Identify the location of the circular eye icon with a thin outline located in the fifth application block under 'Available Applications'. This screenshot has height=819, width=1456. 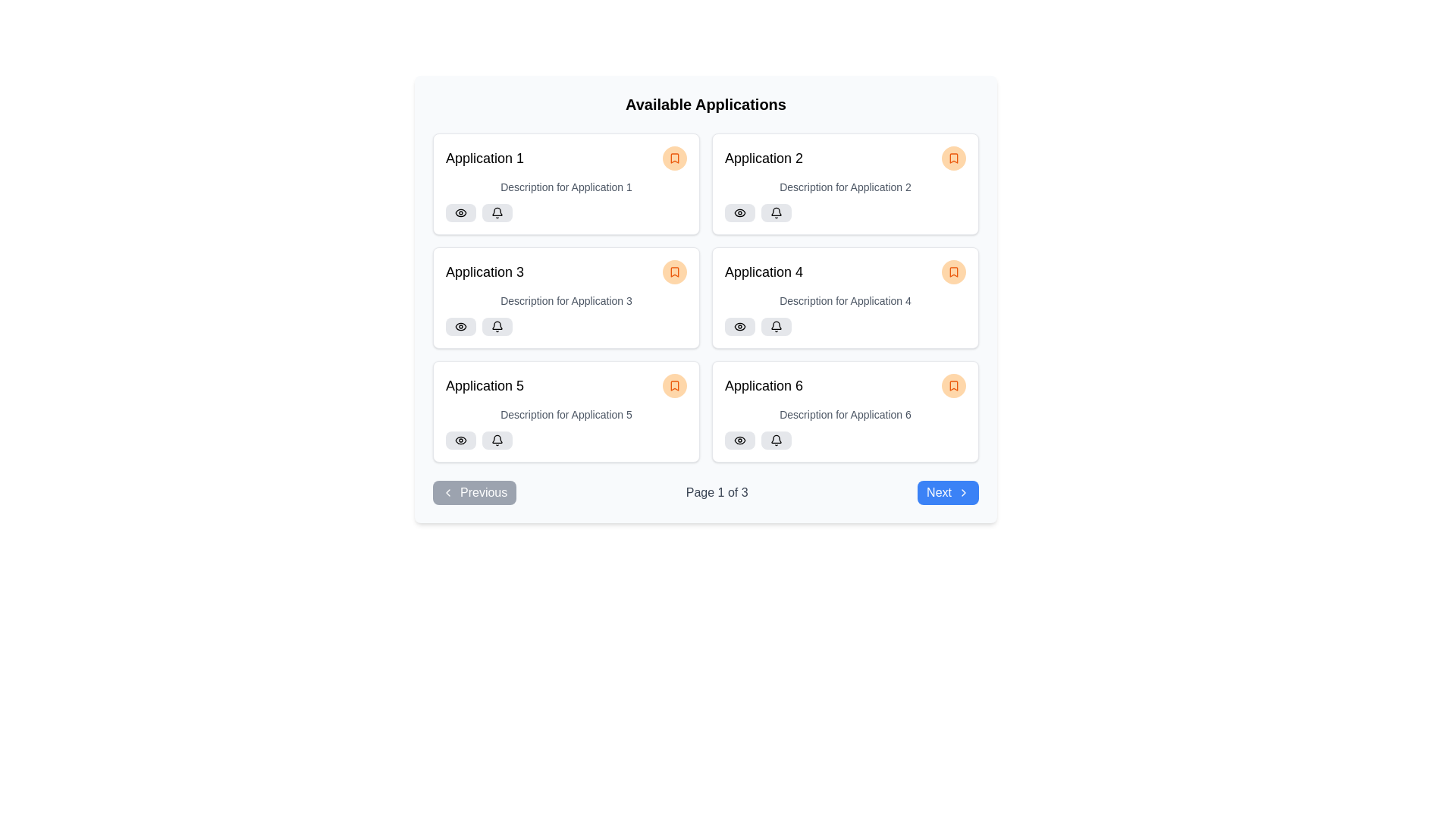
(460, 441).